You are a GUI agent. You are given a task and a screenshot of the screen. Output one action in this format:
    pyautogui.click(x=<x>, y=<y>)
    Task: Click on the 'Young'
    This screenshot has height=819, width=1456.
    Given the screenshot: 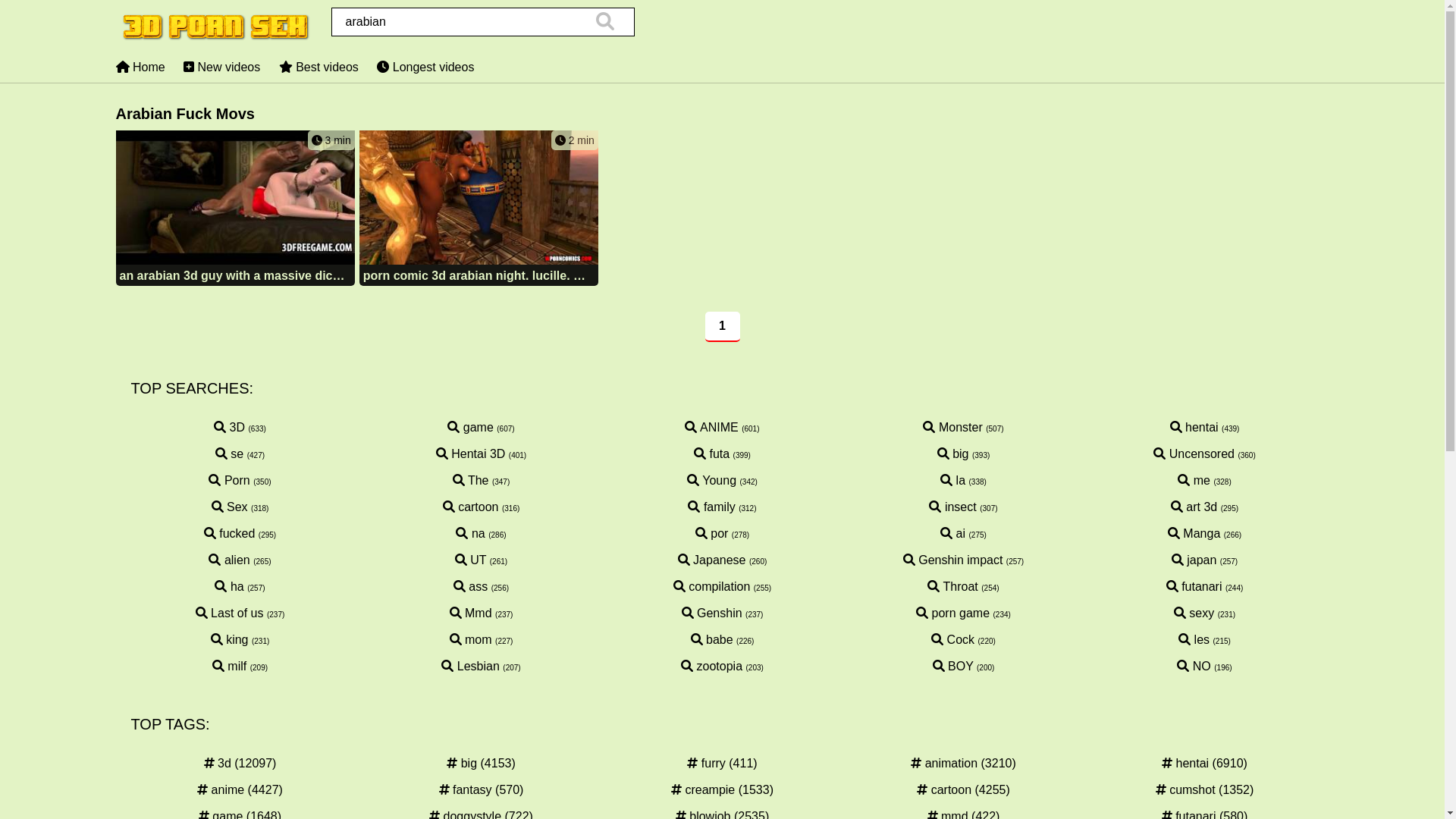 What is the action you would take?
    pyautogui.click(x=711, y=480)
    